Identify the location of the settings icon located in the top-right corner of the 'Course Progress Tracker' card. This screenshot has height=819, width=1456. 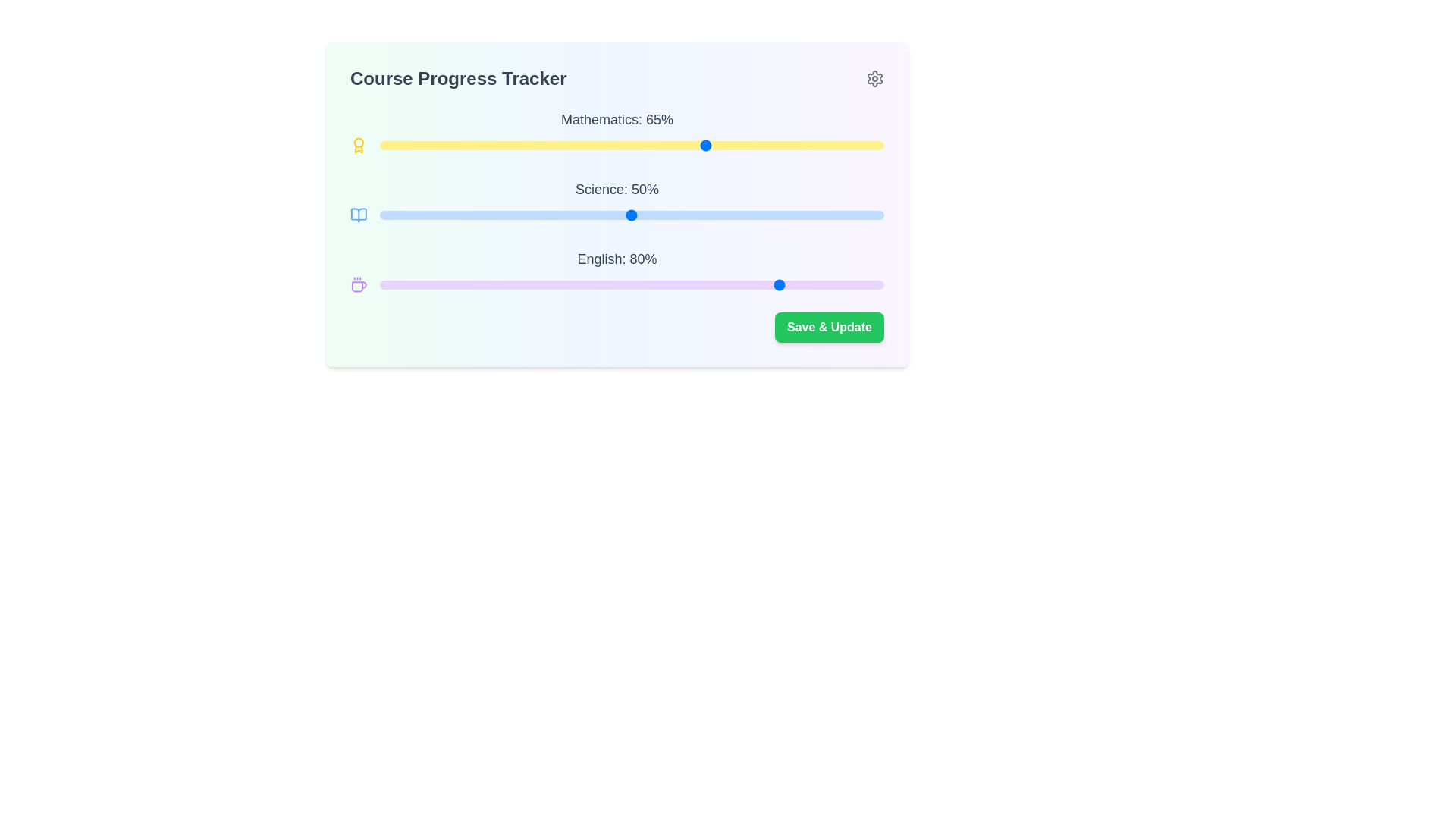
(874, 79).